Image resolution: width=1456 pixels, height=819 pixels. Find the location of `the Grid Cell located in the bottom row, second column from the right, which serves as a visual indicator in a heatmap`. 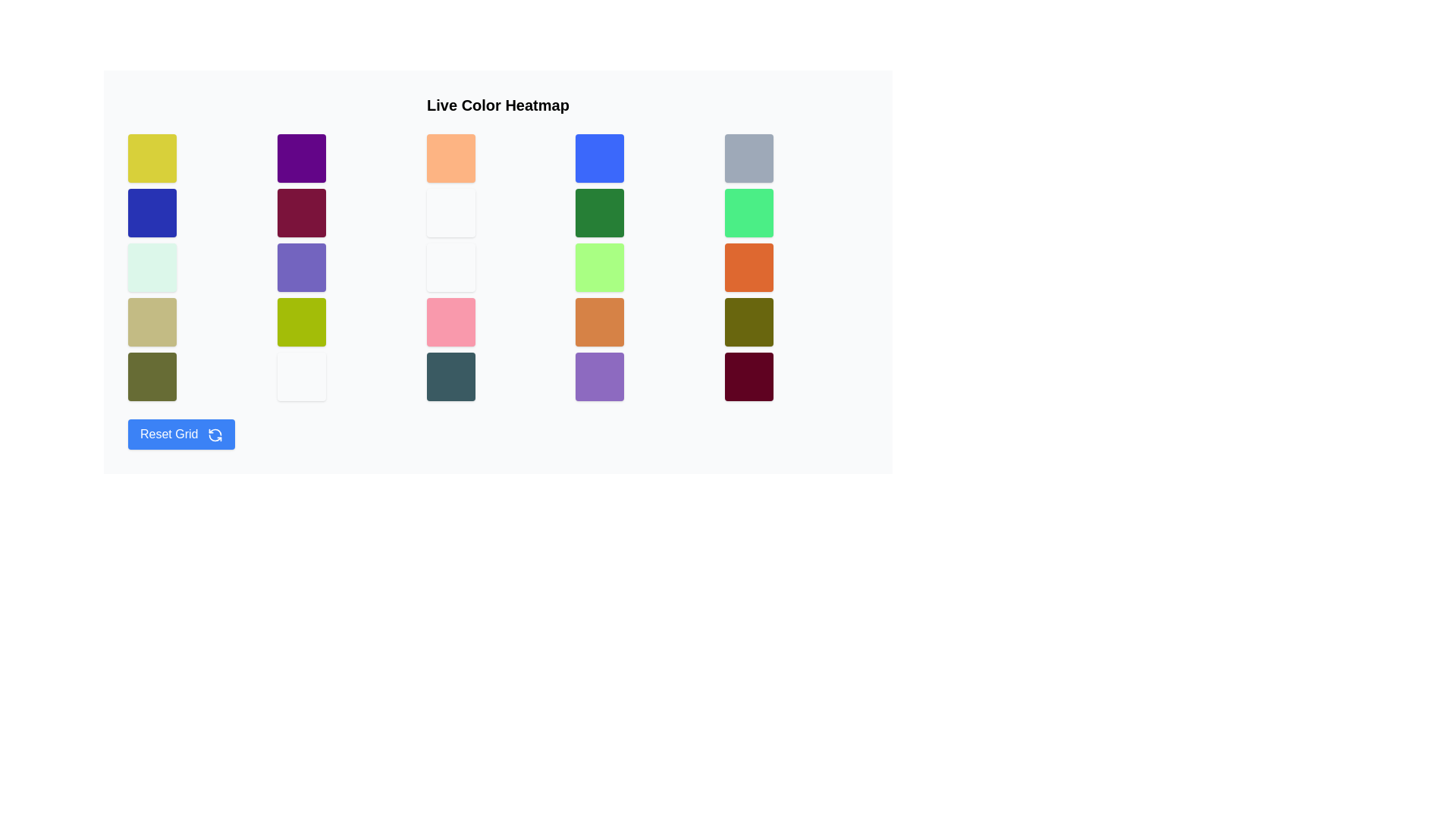

the Grid Cell located in the bottom row, second column from the right, which serves as a visual indicator in a heatmap is located at coordinates (599, 376).